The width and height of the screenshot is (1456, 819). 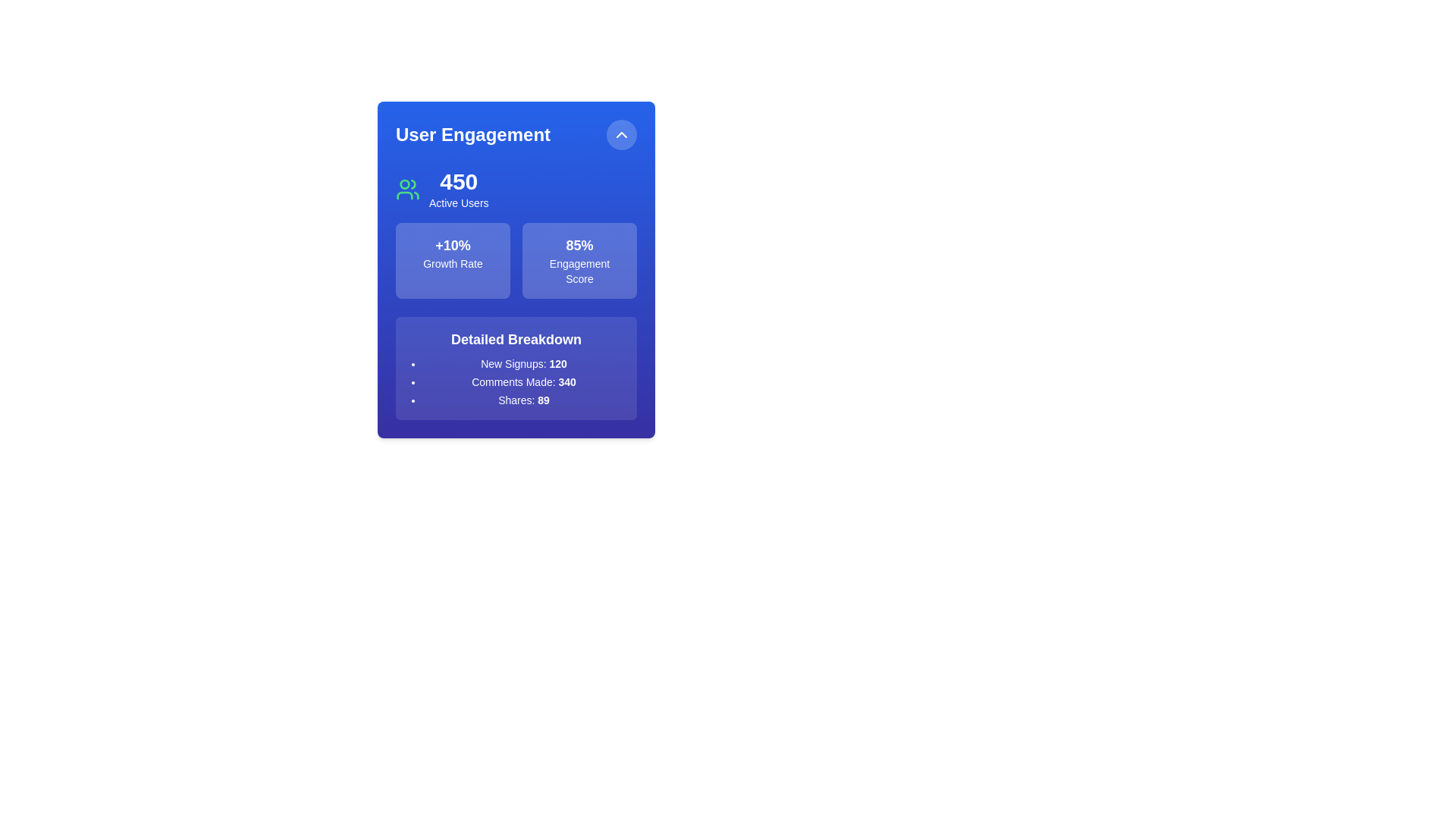 What do you see at coordinates (622, 133) in the screenshot?
I see `the Interactive button with a chevron icon located at the top-right corner of the 'User Engagement' card for keyboard interaction` at bounding box center [622, 133].